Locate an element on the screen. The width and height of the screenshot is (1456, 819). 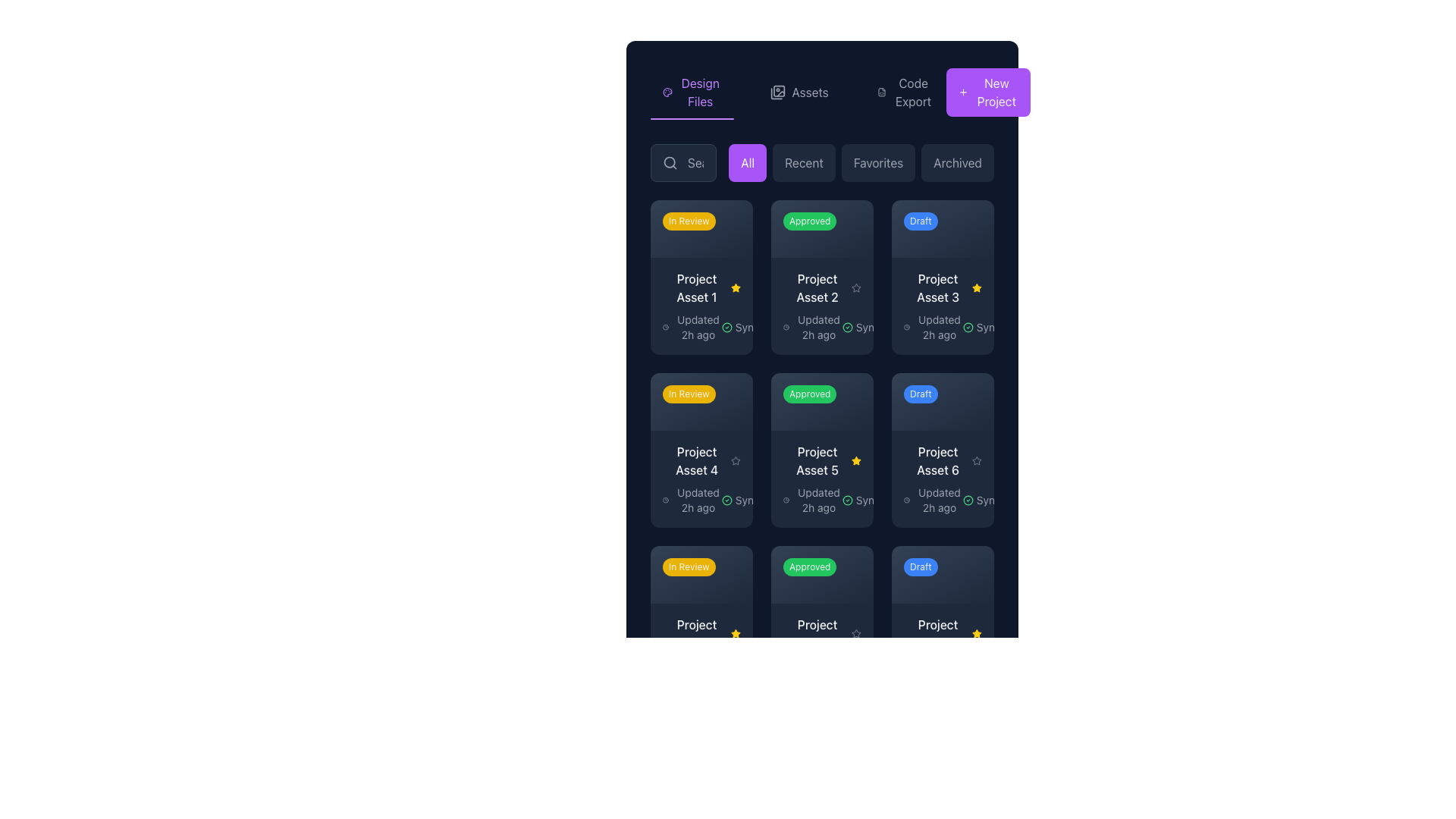
the Information card located in the second row, third column of the layout is located at coordinates (942, 306).